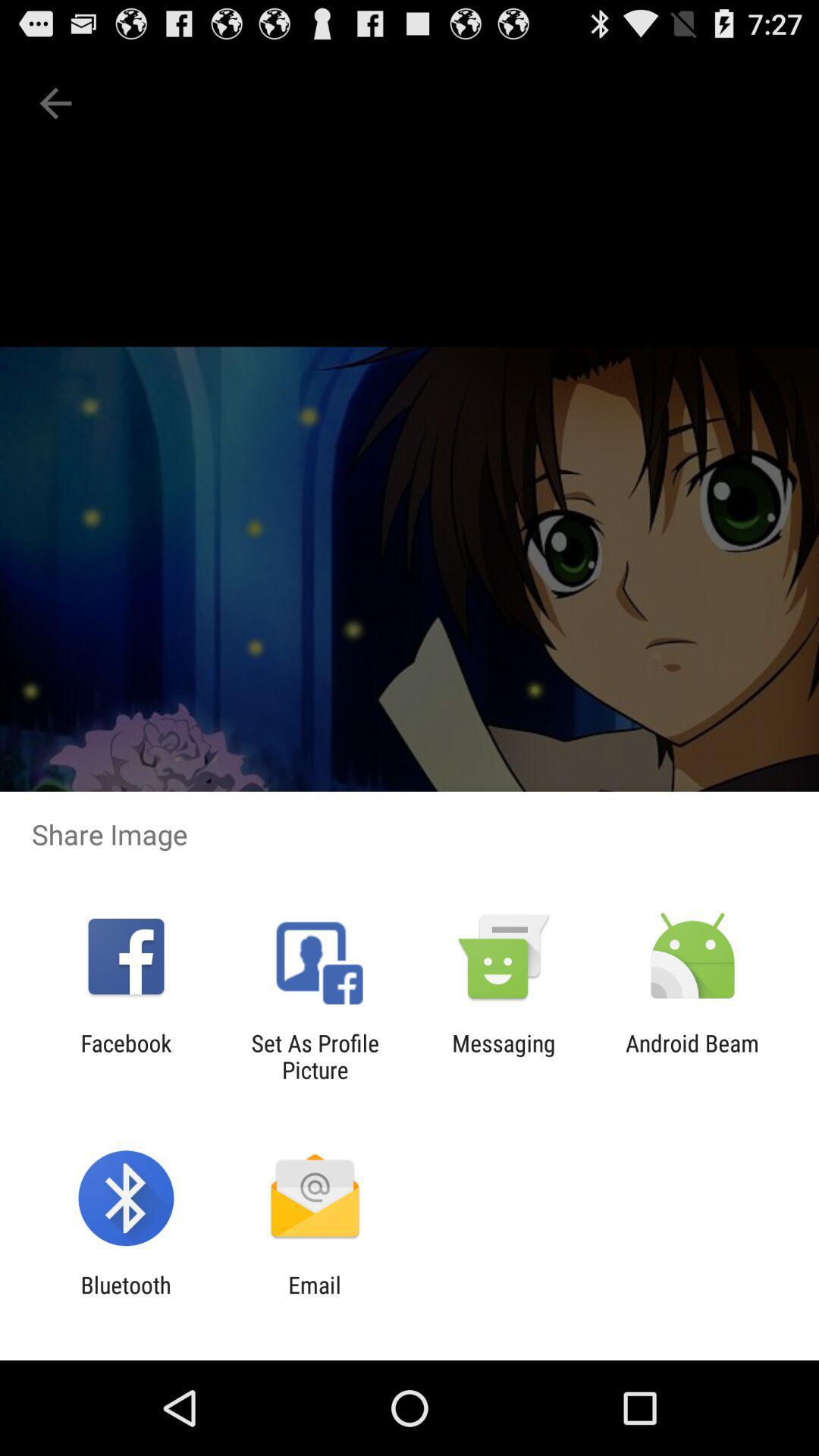  What do you see at coordinates (125, 1056) in the screenshot?
I see `facebook icon` at bounding box center [125, 1056].